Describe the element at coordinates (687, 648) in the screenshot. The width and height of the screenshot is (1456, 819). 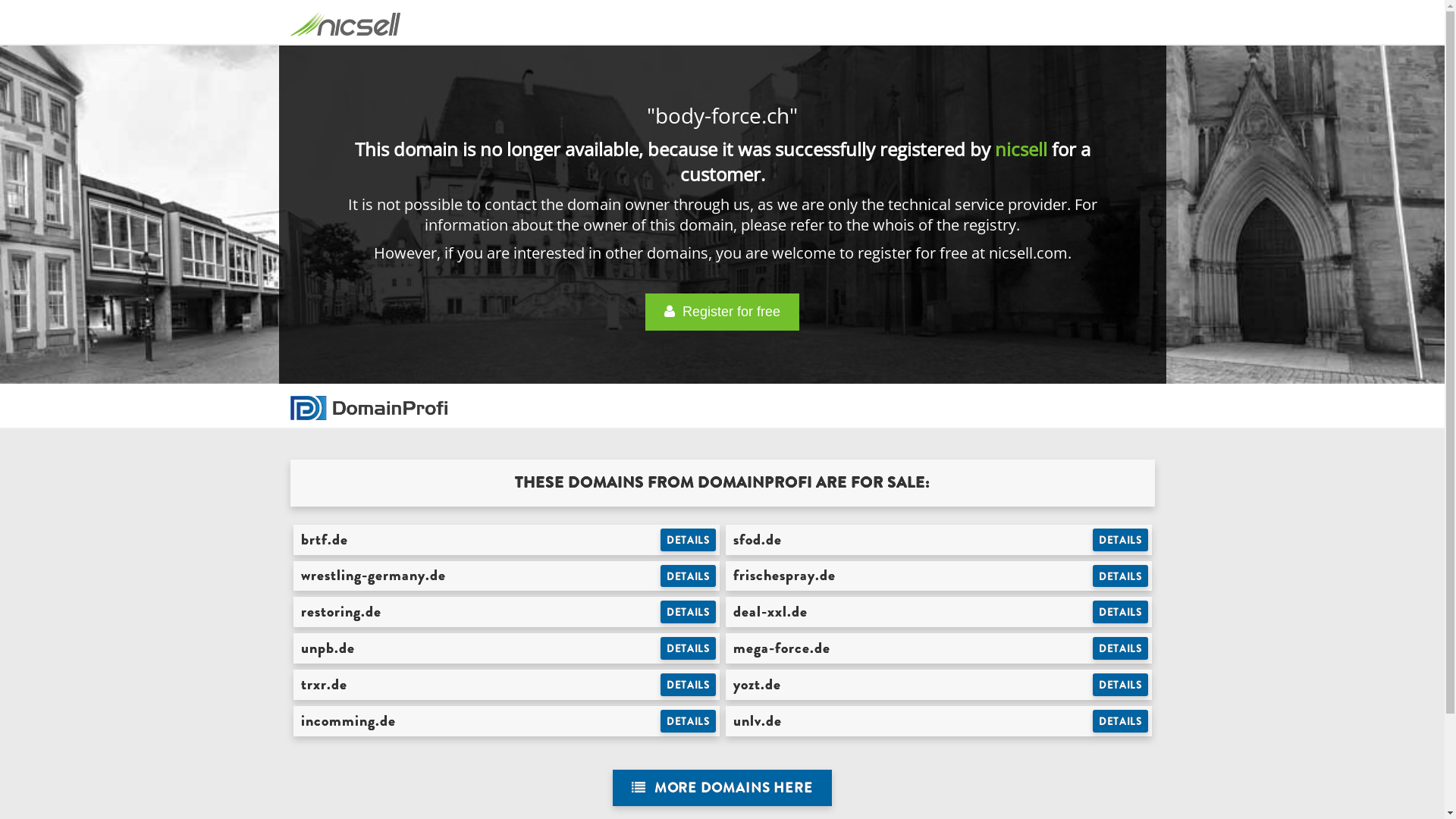
I see `'DETAILS'` at that location.